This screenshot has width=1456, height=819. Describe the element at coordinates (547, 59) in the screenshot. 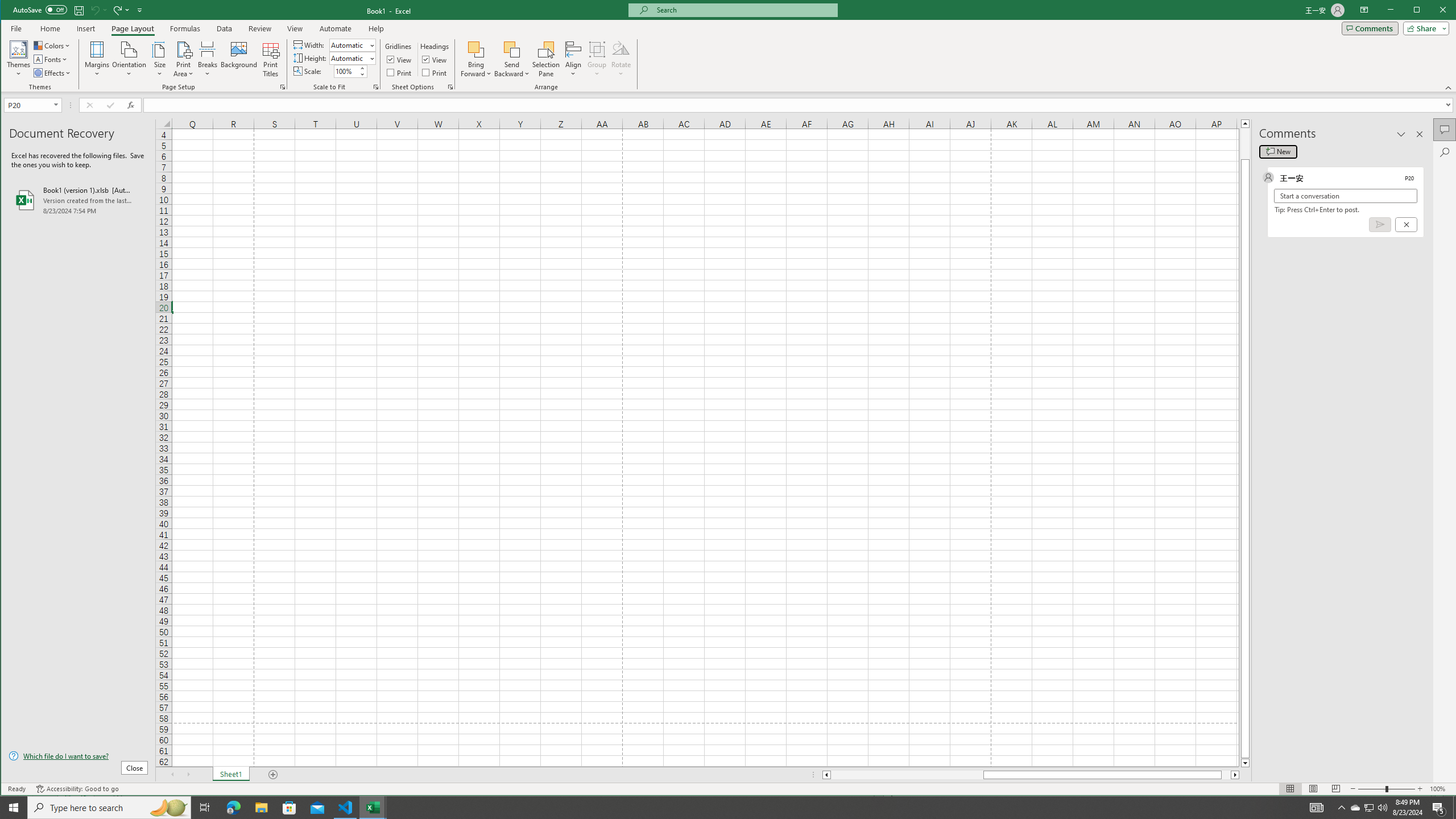

I see `'Selection Pane...'` at that location.